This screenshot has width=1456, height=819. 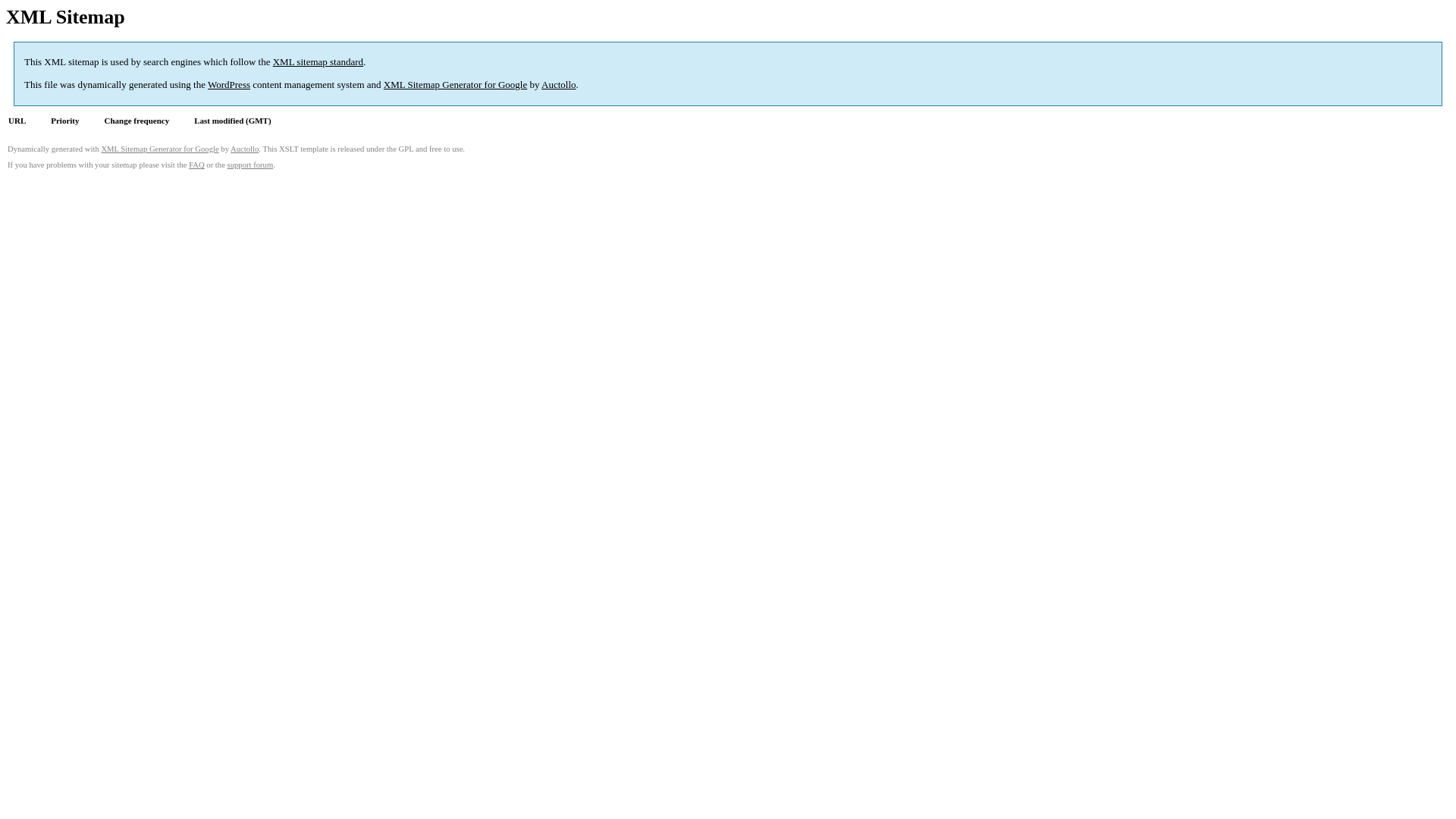 What do you see at coordinates (317, 61) in the screenshot?
I see `'XML sitemap standard'` at bounding box center [317, 61].